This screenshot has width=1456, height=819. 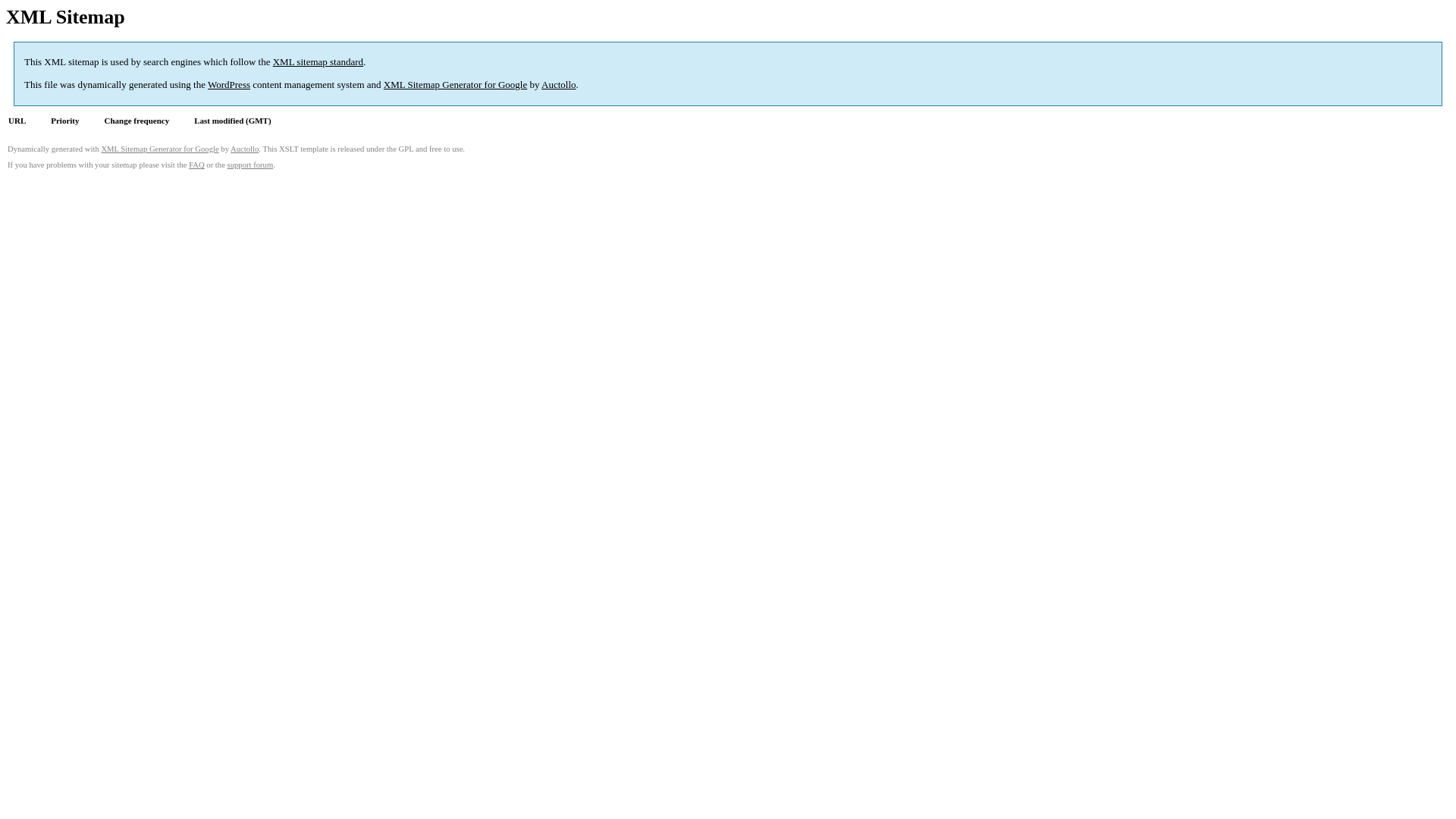 What do you see at coordinates (317, 61) in the screenshot?
I see `'XML sitemap standard'` at bounding box center [317, 61].